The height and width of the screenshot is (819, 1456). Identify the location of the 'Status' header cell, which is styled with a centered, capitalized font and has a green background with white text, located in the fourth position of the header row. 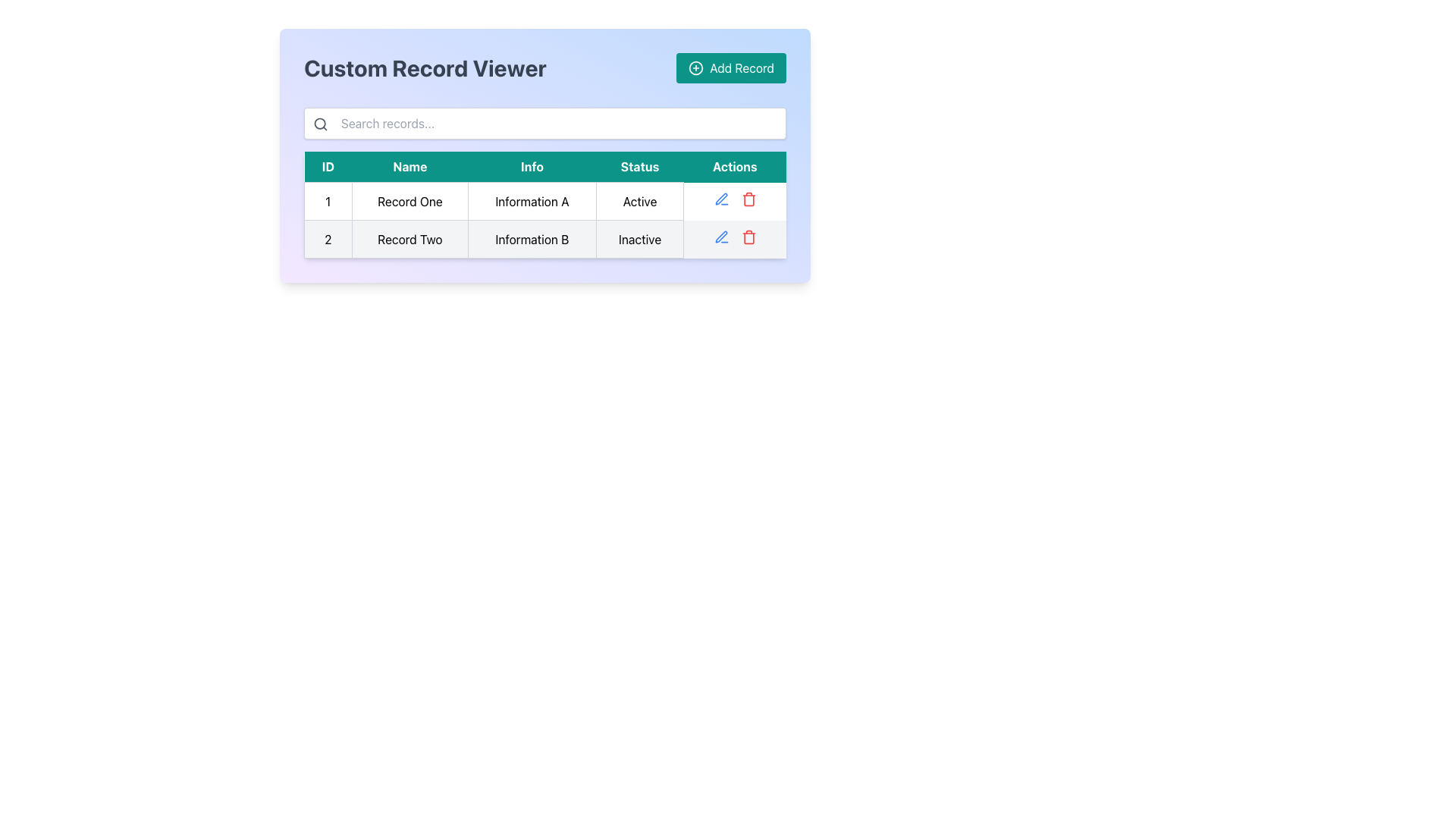
(640, 167).